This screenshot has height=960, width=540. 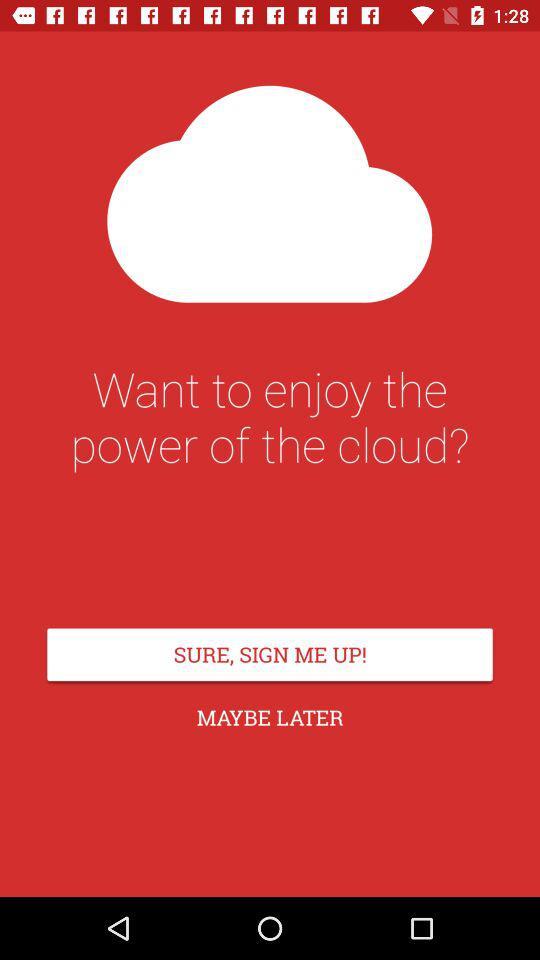 I want to click on the item below the sure sign me, so click(x=270, y=717).